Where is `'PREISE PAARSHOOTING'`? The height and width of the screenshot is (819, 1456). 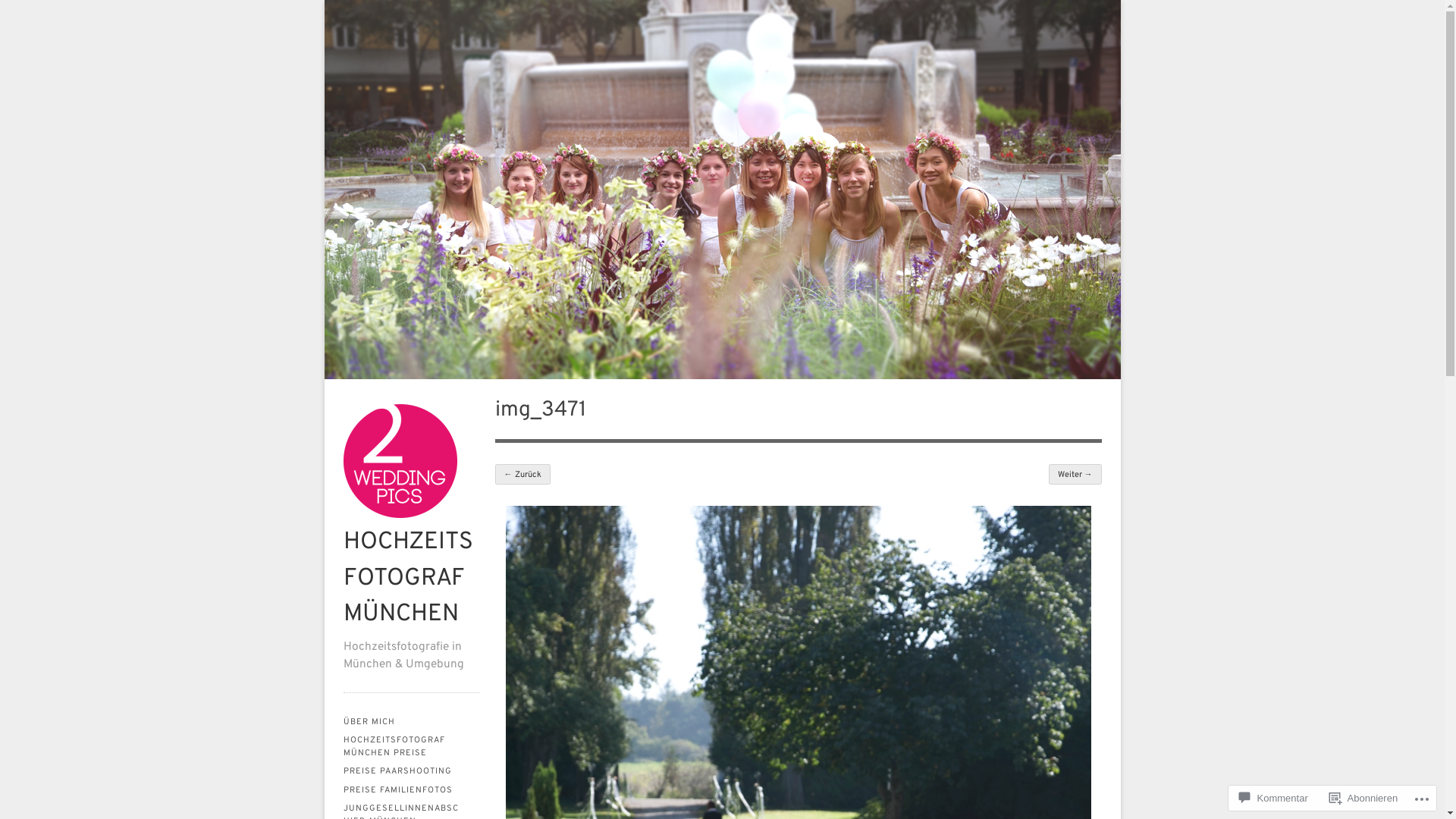 'PREISE PAARSHOOTING' is located at coordinates (411, 771).